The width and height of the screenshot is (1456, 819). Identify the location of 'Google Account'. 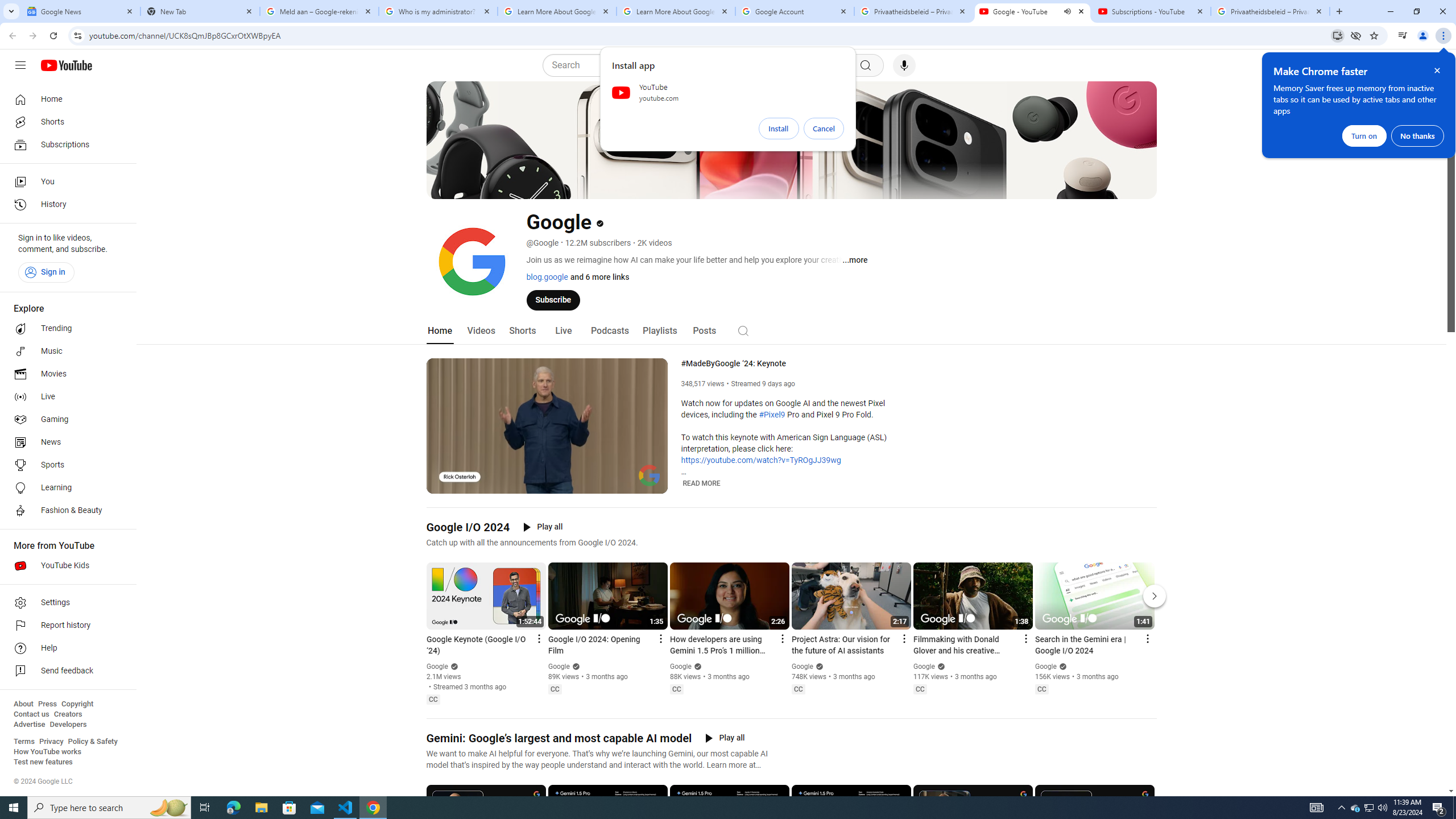
(795, 11).